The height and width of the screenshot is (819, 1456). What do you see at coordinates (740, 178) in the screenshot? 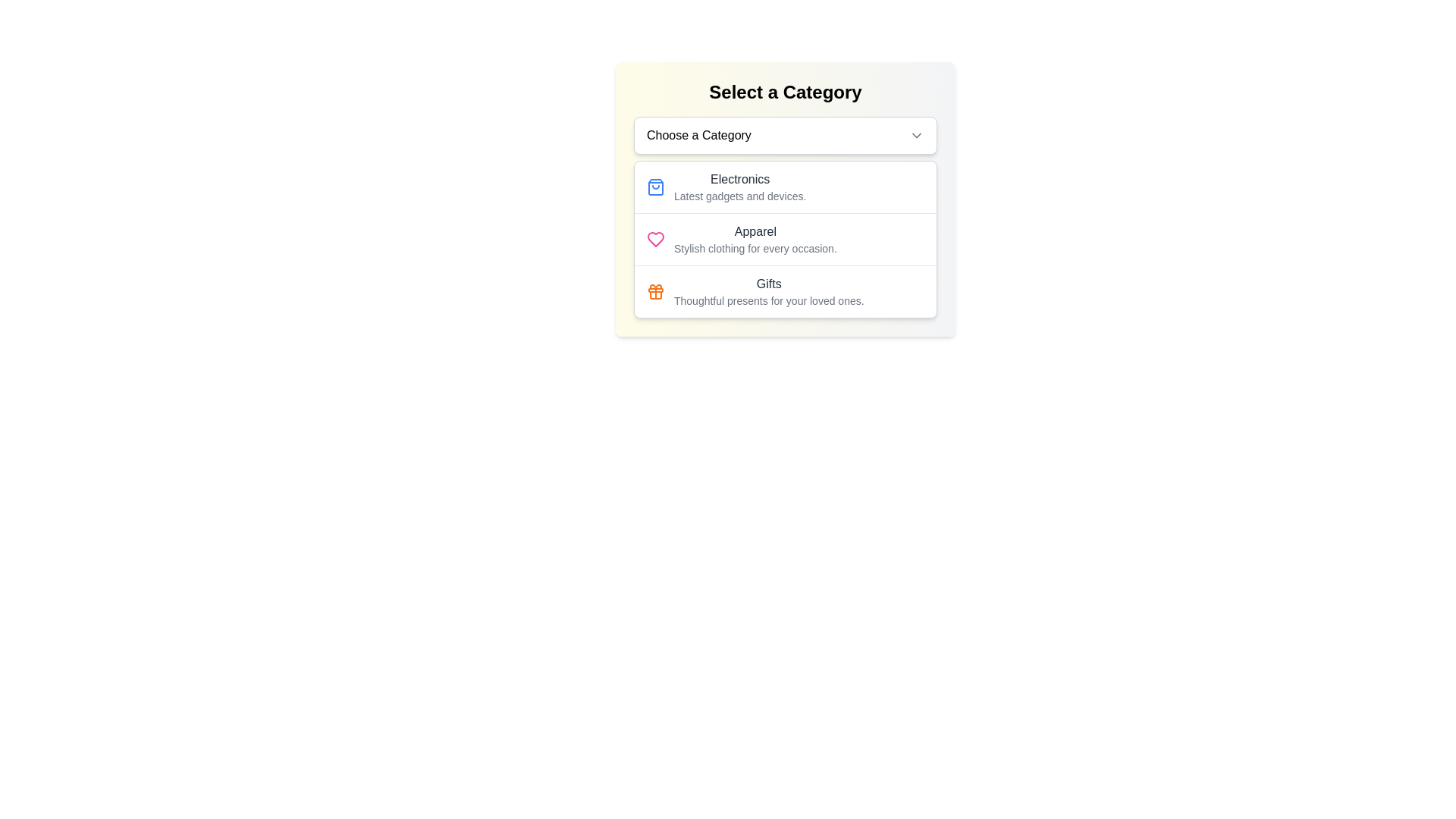
I see `the 'Electronics' category title text label for accessibility navigation` at bounding box center [740, 178].